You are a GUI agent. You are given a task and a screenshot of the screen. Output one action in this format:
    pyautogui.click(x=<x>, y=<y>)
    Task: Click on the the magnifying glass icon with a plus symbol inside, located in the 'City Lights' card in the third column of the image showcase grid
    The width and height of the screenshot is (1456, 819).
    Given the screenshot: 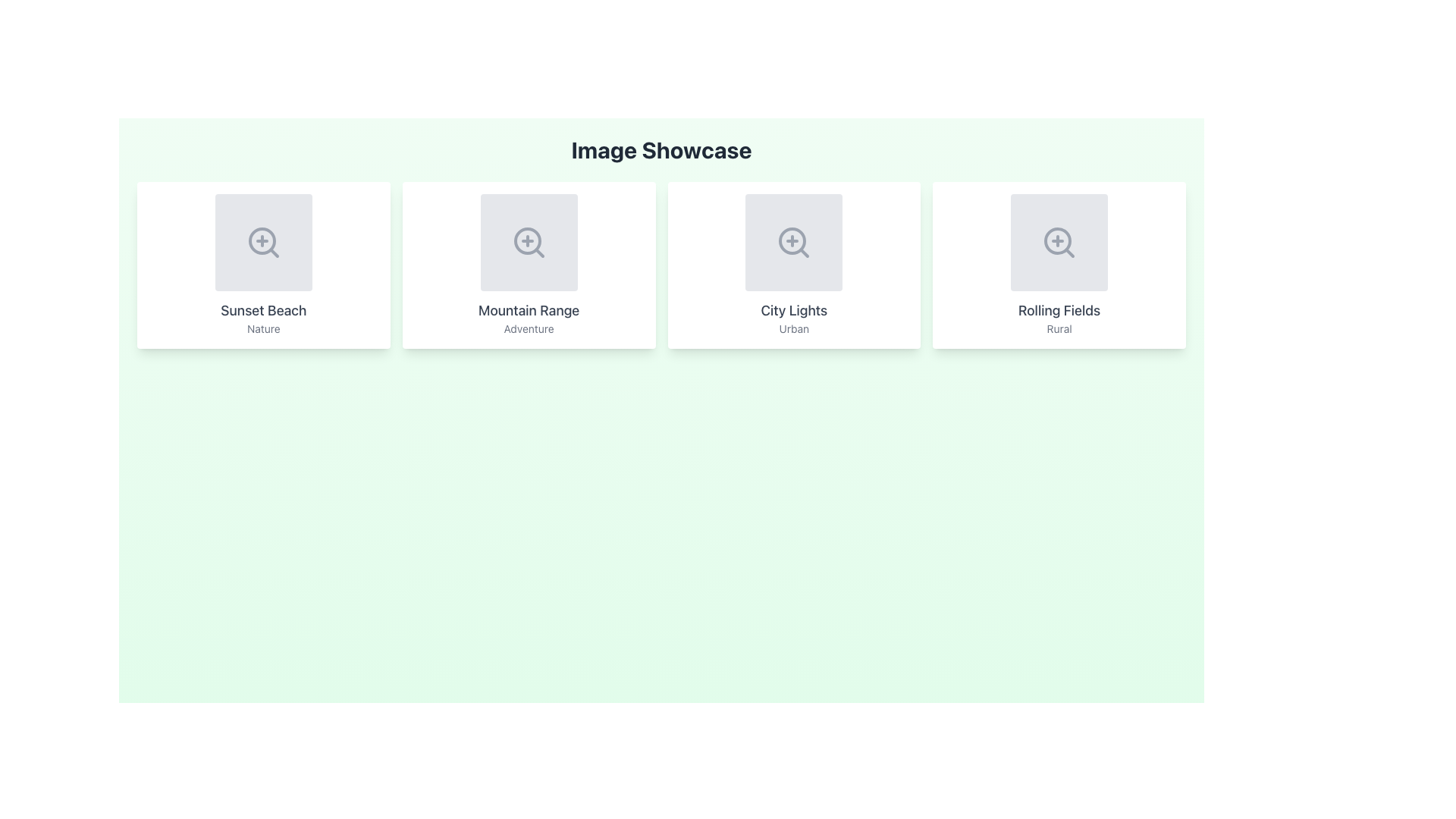 What is the action you would take?
    pyautogui.click(x=793, y=242)
    